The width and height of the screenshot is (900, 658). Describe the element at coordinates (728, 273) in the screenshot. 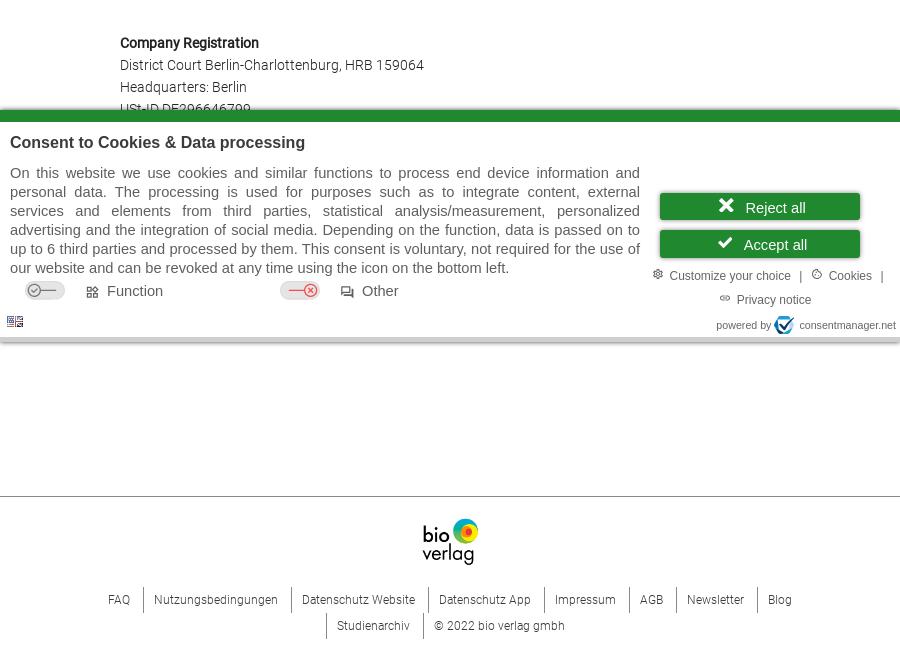

I see `'Customize your choice'` at that location.